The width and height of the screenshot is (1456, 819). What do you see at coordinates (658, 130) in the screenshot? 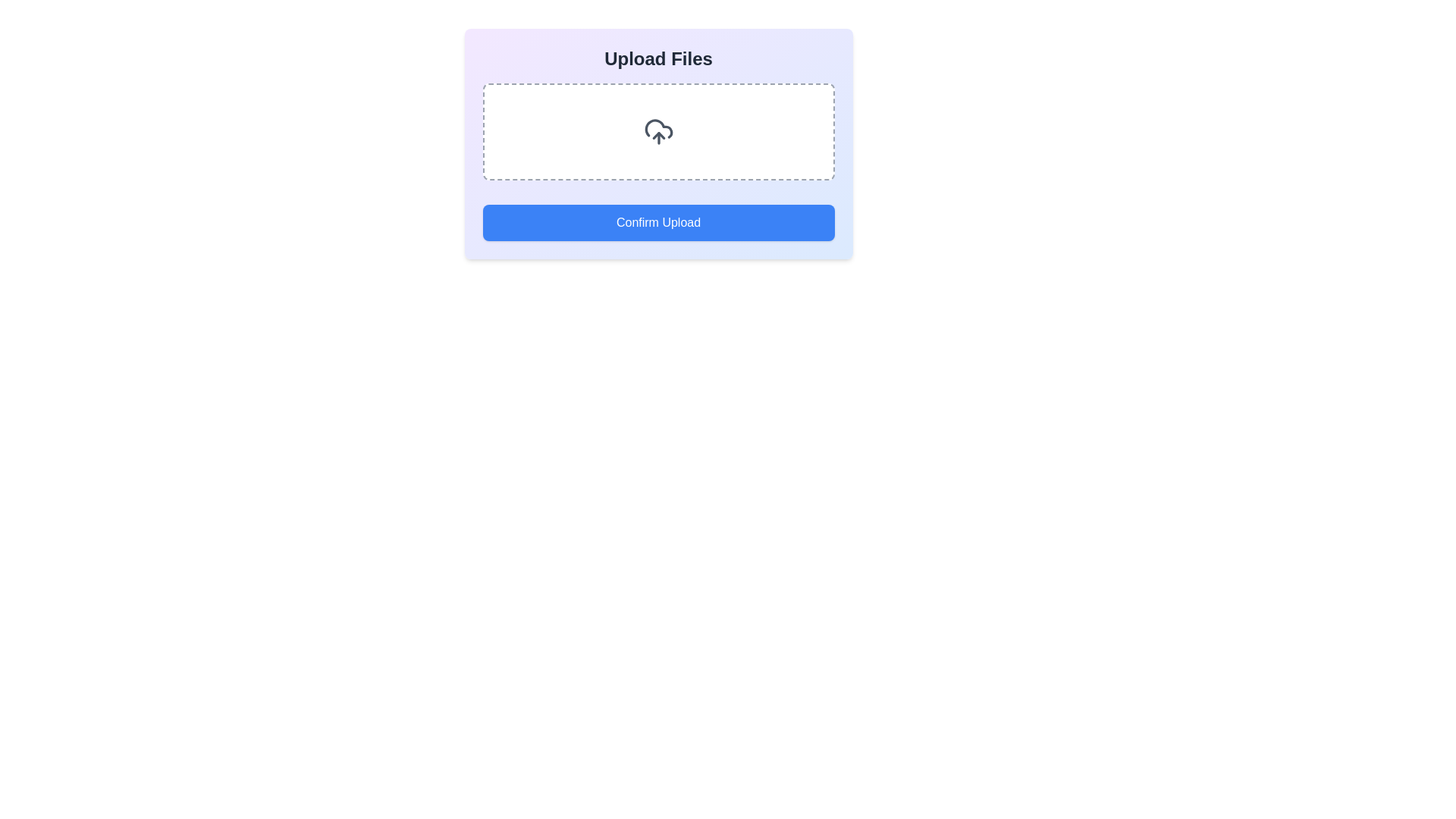
I see `the Upload area (drag-and-drop zone) which is a rectangular box with a dashed border and a cloud upload icon, to indicate it is interactive` at bounding box center [658, 130].